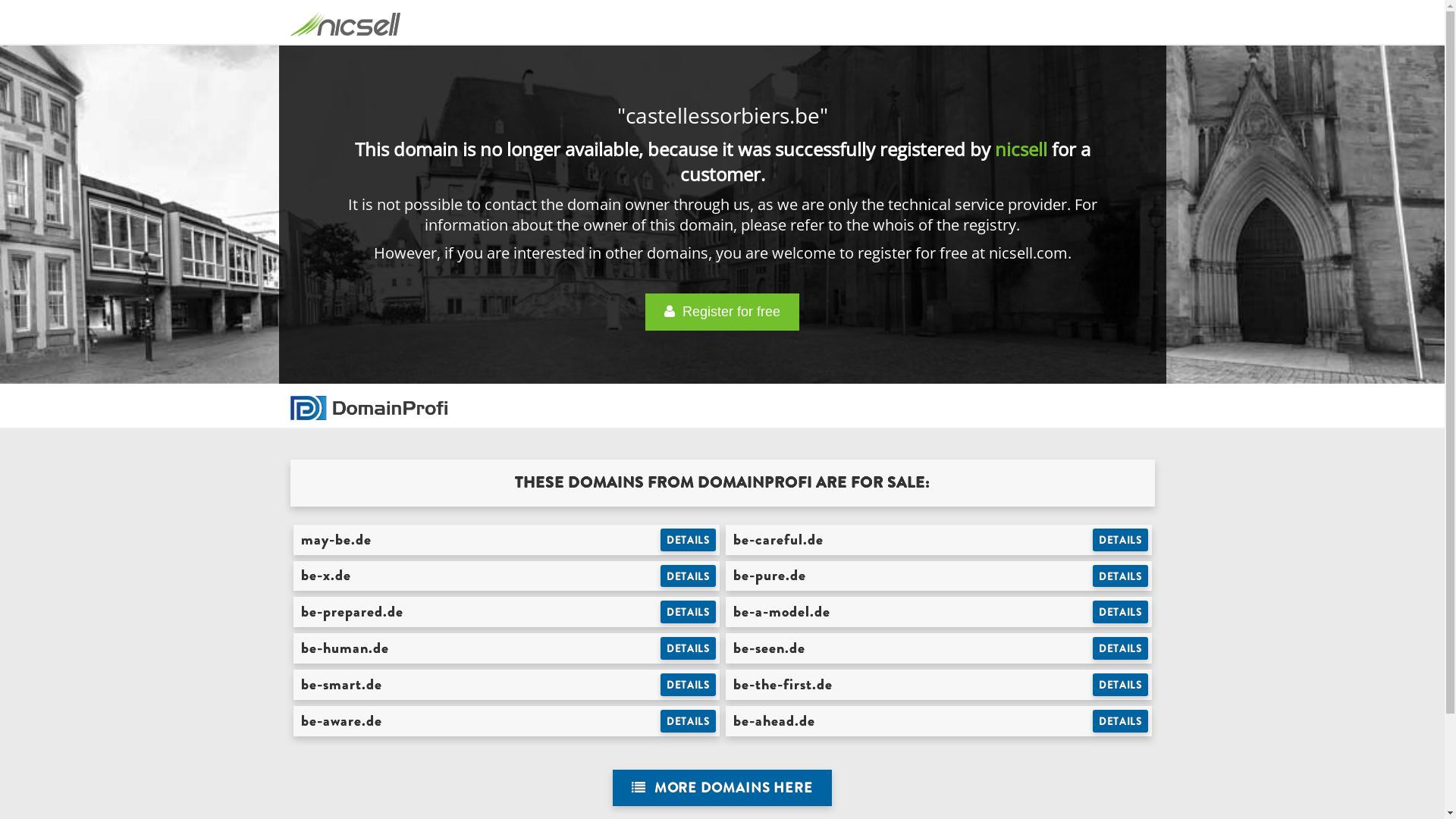  I want to click on '  MORE DOMAINS HERE', so click(721, 787).